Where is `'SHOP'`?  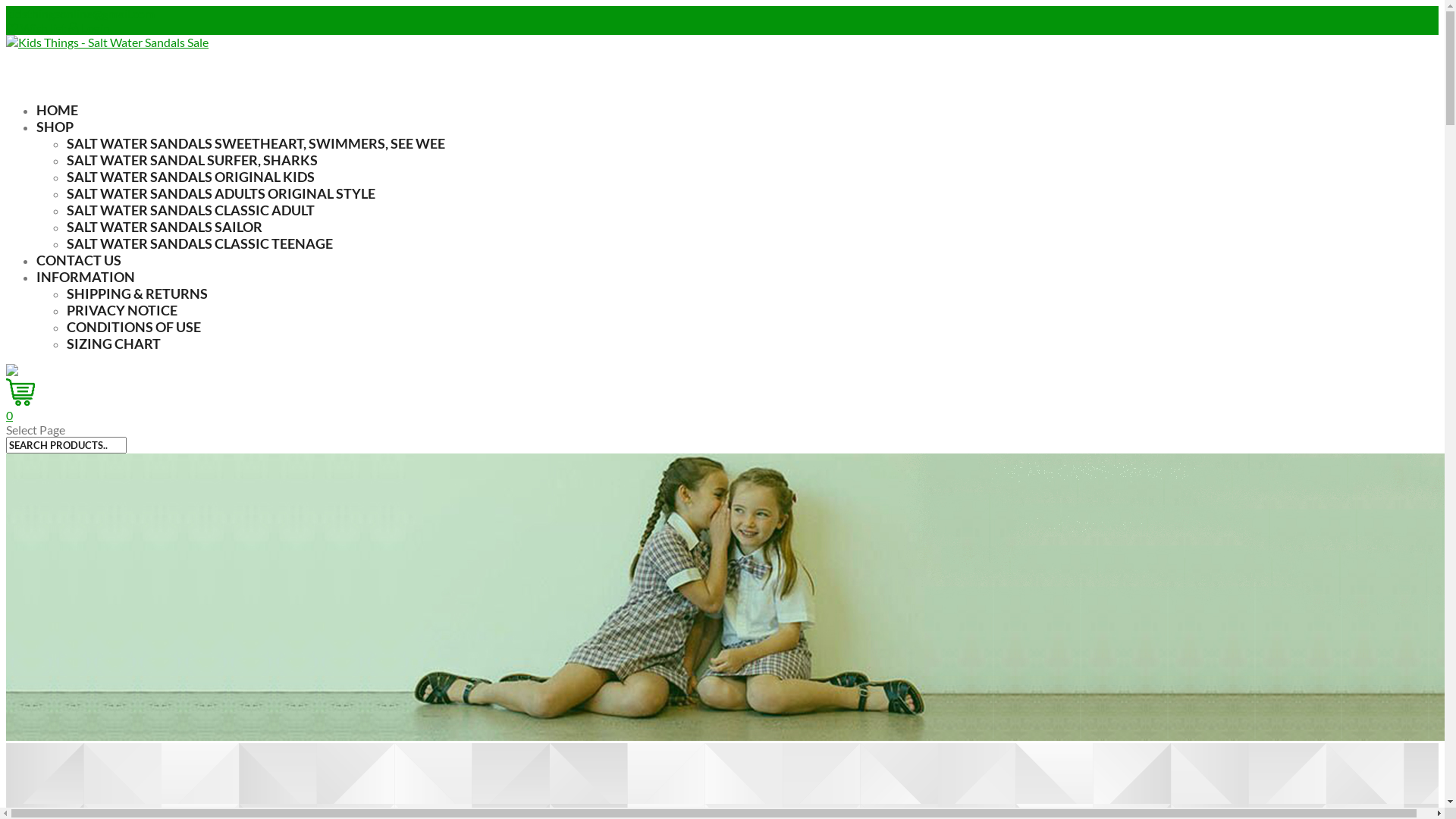 'SHOP' is located at coordinates (55, 125).